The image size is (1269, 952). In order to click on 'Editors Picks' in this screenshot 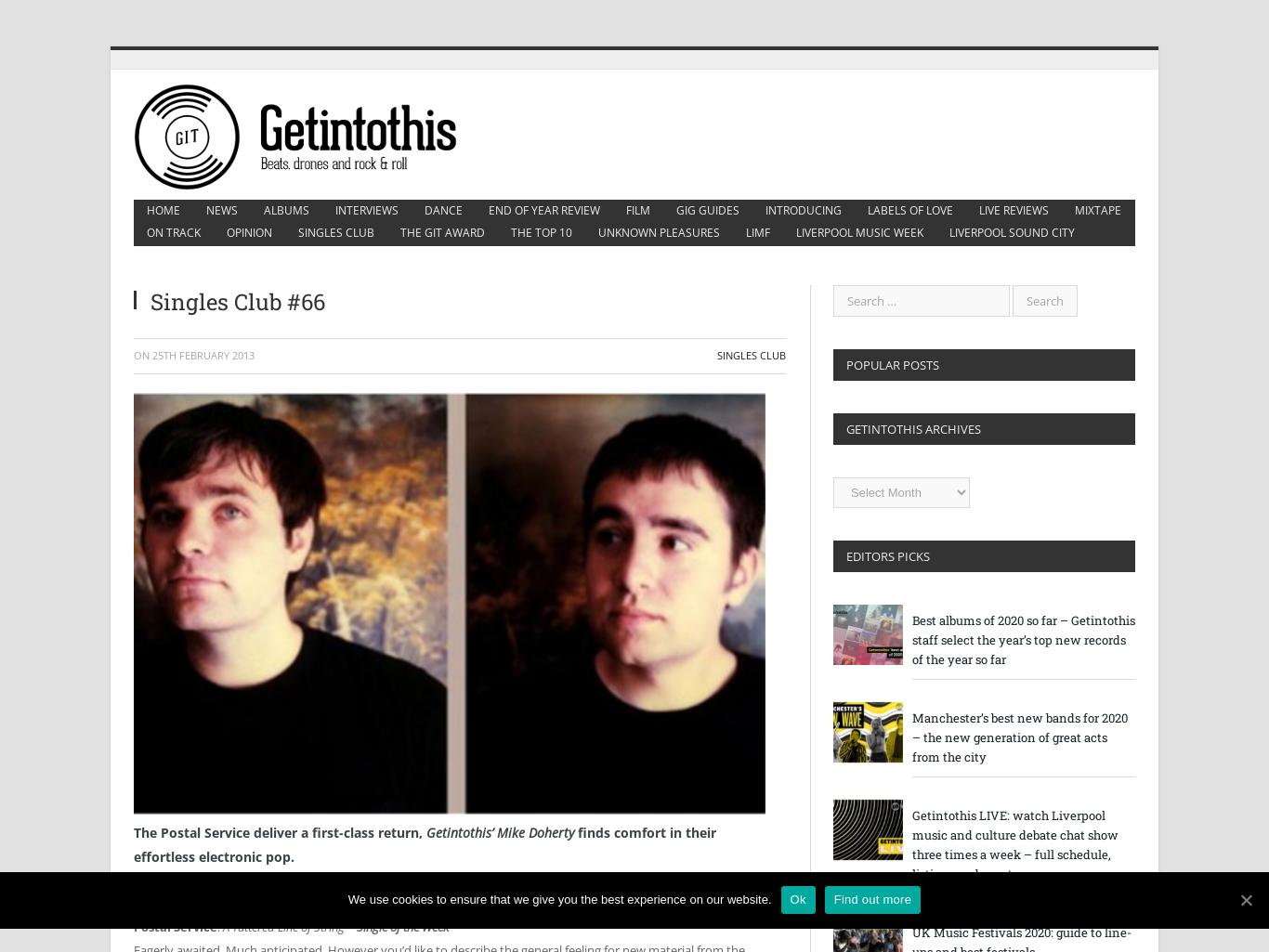, I will do `click(844, 556)`.